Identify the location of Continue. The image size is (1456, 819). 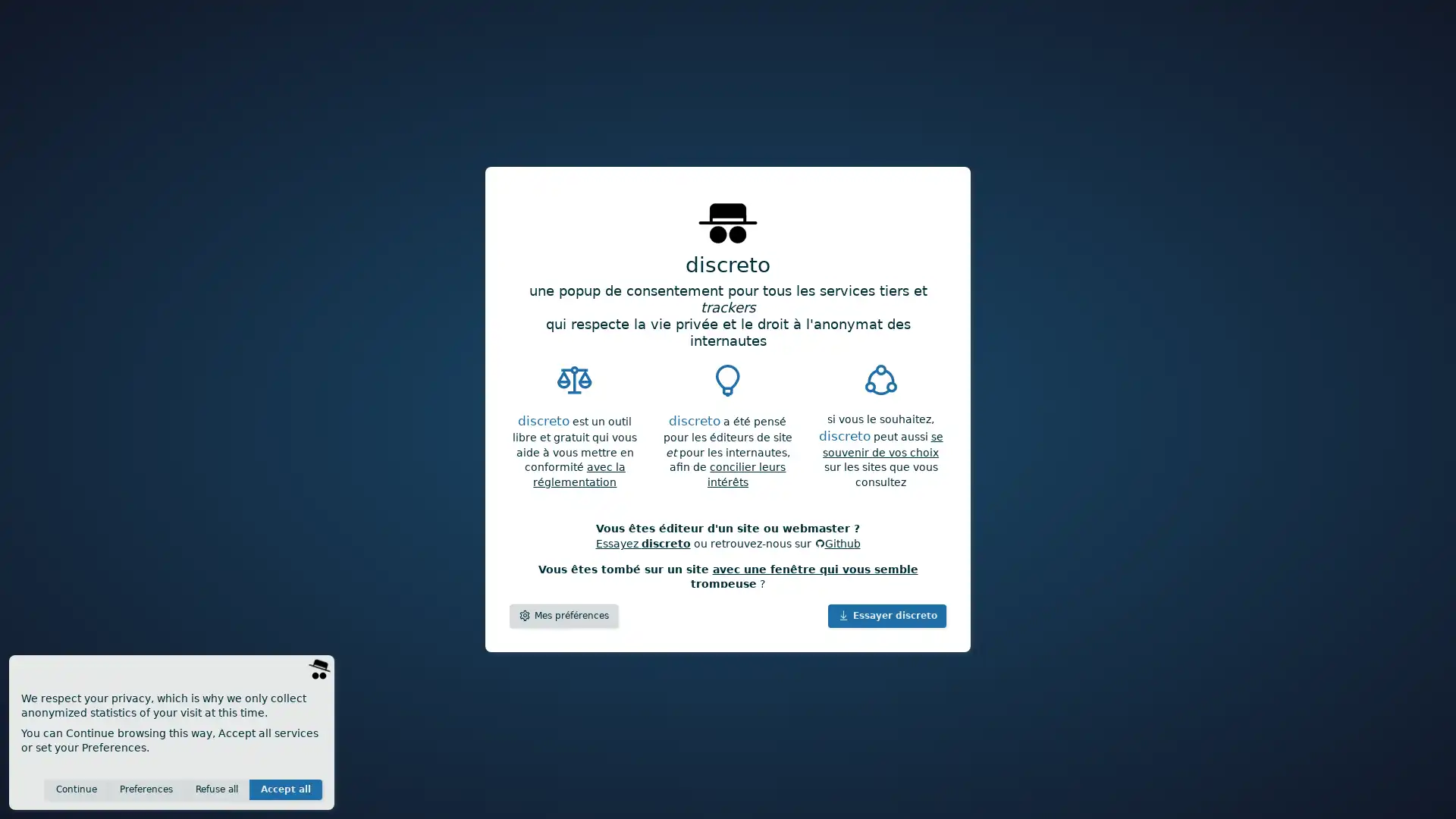
(75, 789).